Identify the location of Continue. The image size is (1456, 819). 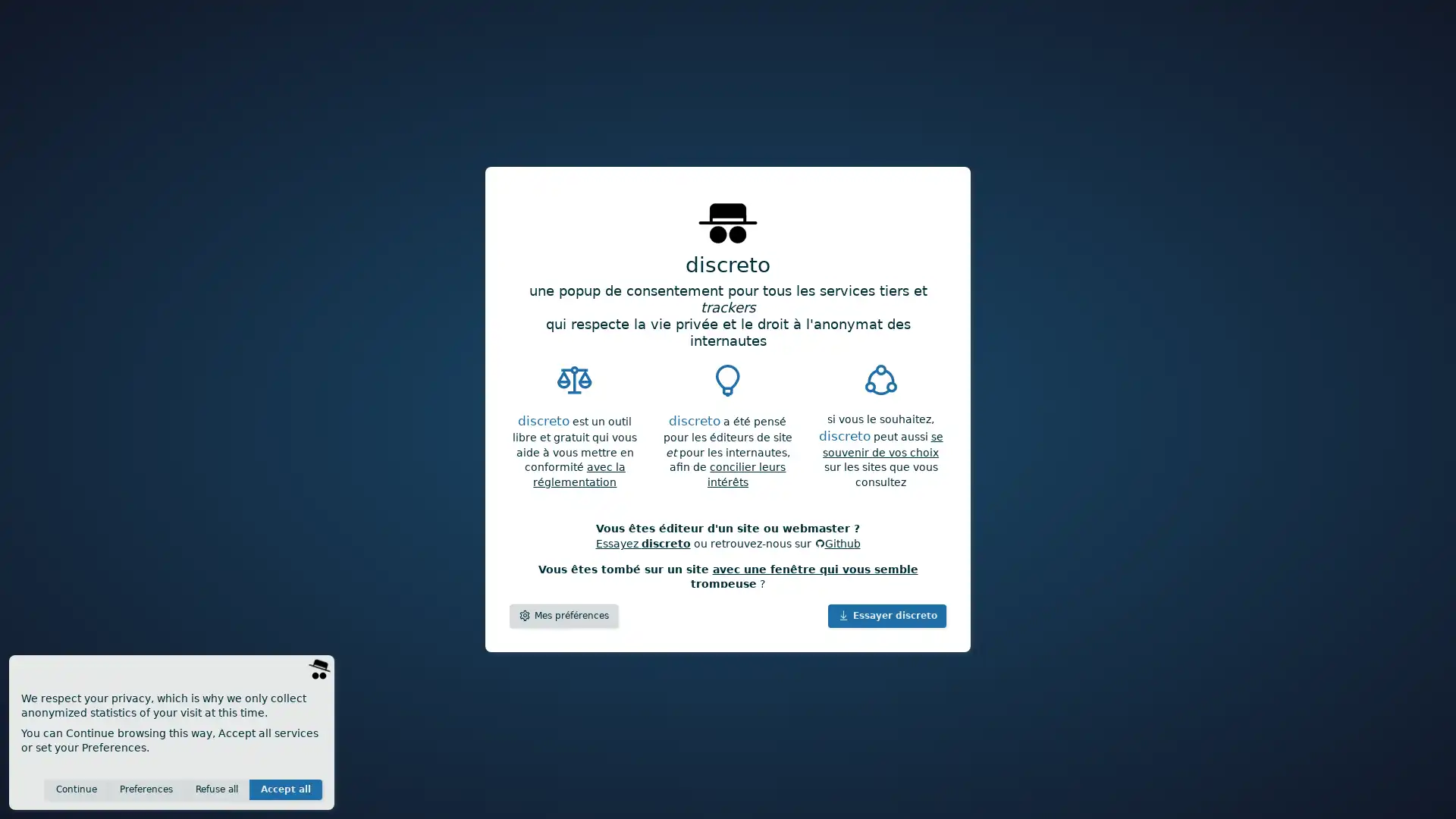
(75, 789).